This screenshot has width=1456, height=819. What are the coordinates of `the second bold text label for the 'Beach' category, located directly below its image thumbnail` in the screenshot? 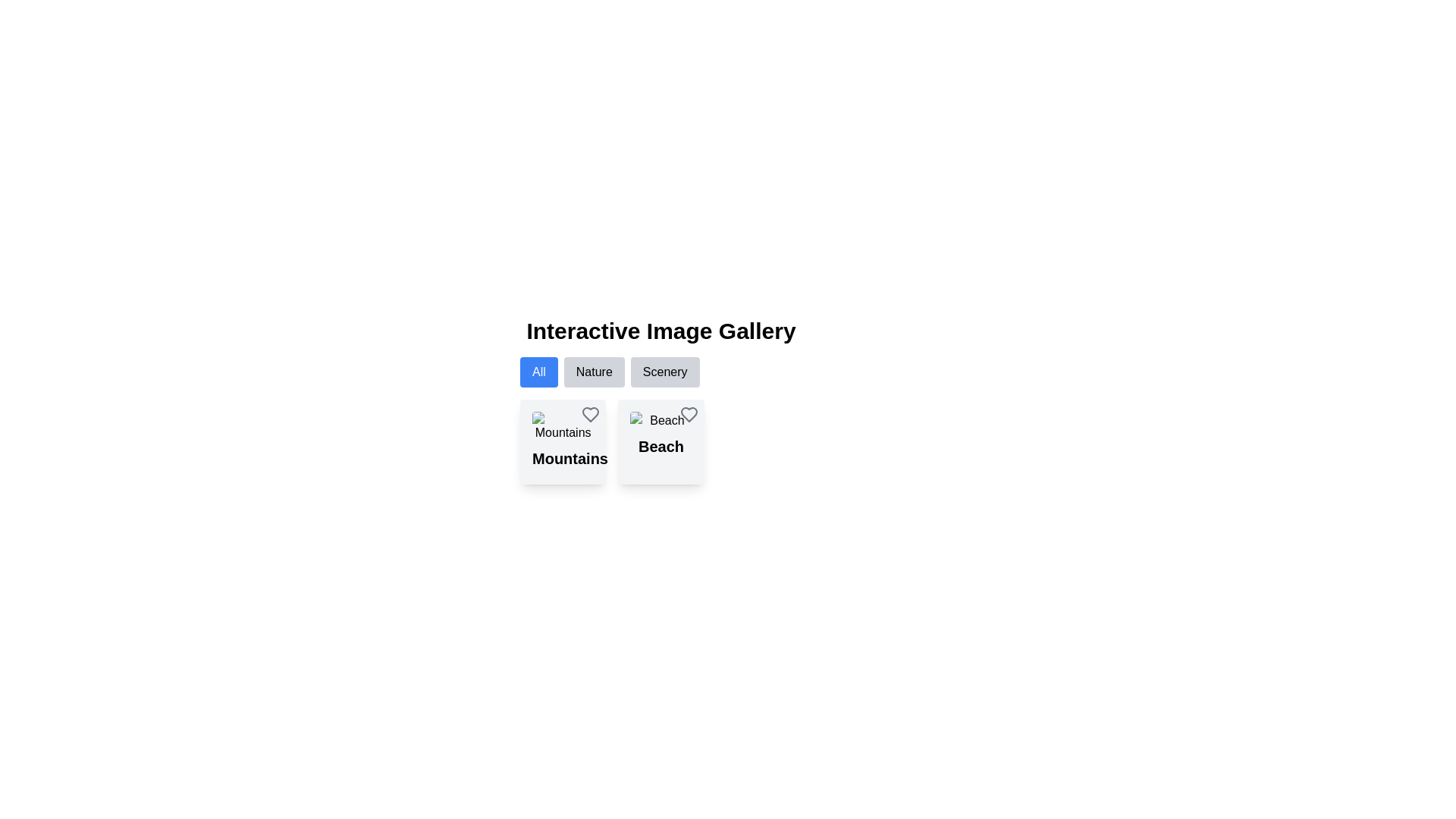 It's located at (661, 446).